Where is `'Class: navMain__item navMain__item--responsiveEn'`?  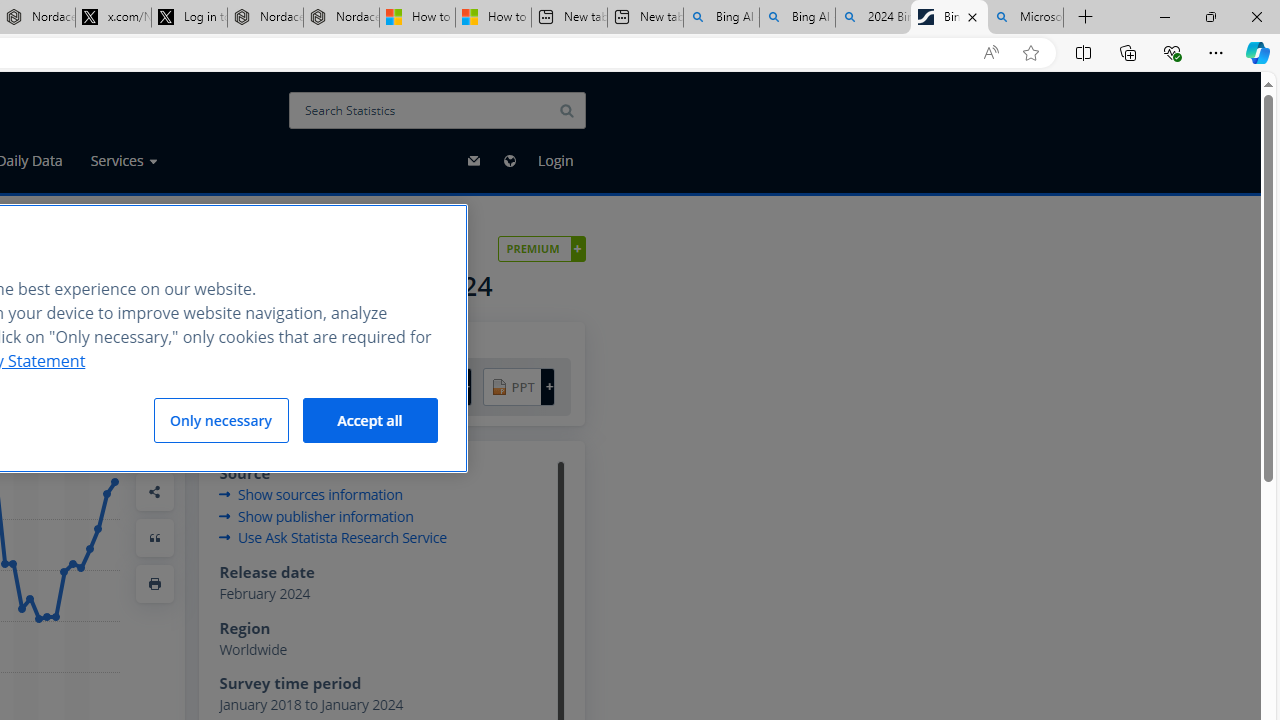 'Class: navMain__item navMain__item--responsiveEn' is located at coordinates (509, 159).